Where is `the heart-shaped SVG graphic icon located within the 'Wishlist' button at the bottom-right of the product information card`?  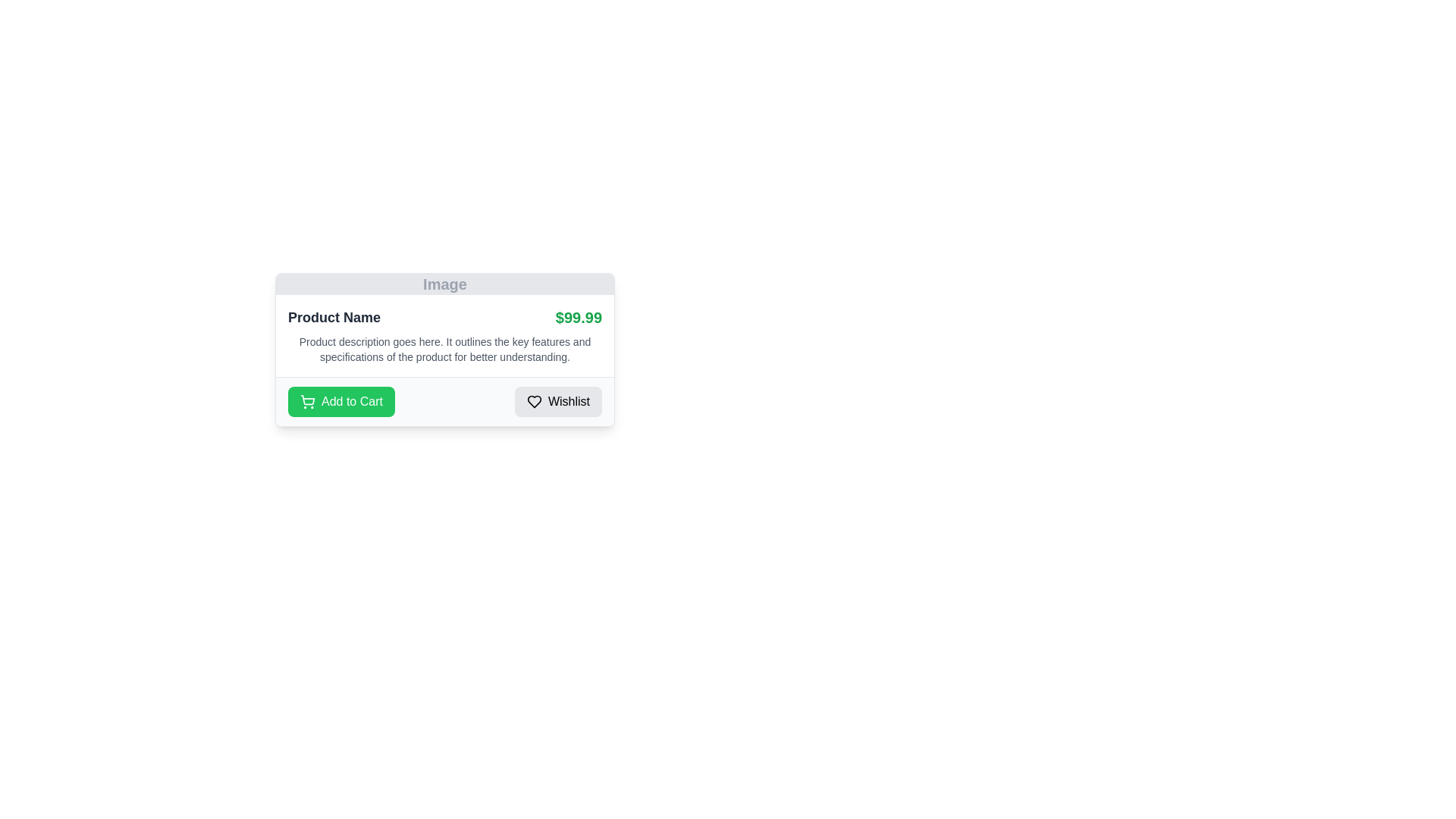 the heart-shaped SVG graphic icon located within the 'Wishlist' button at the bottom-right of the product information card is located at coordinates (534, 400).